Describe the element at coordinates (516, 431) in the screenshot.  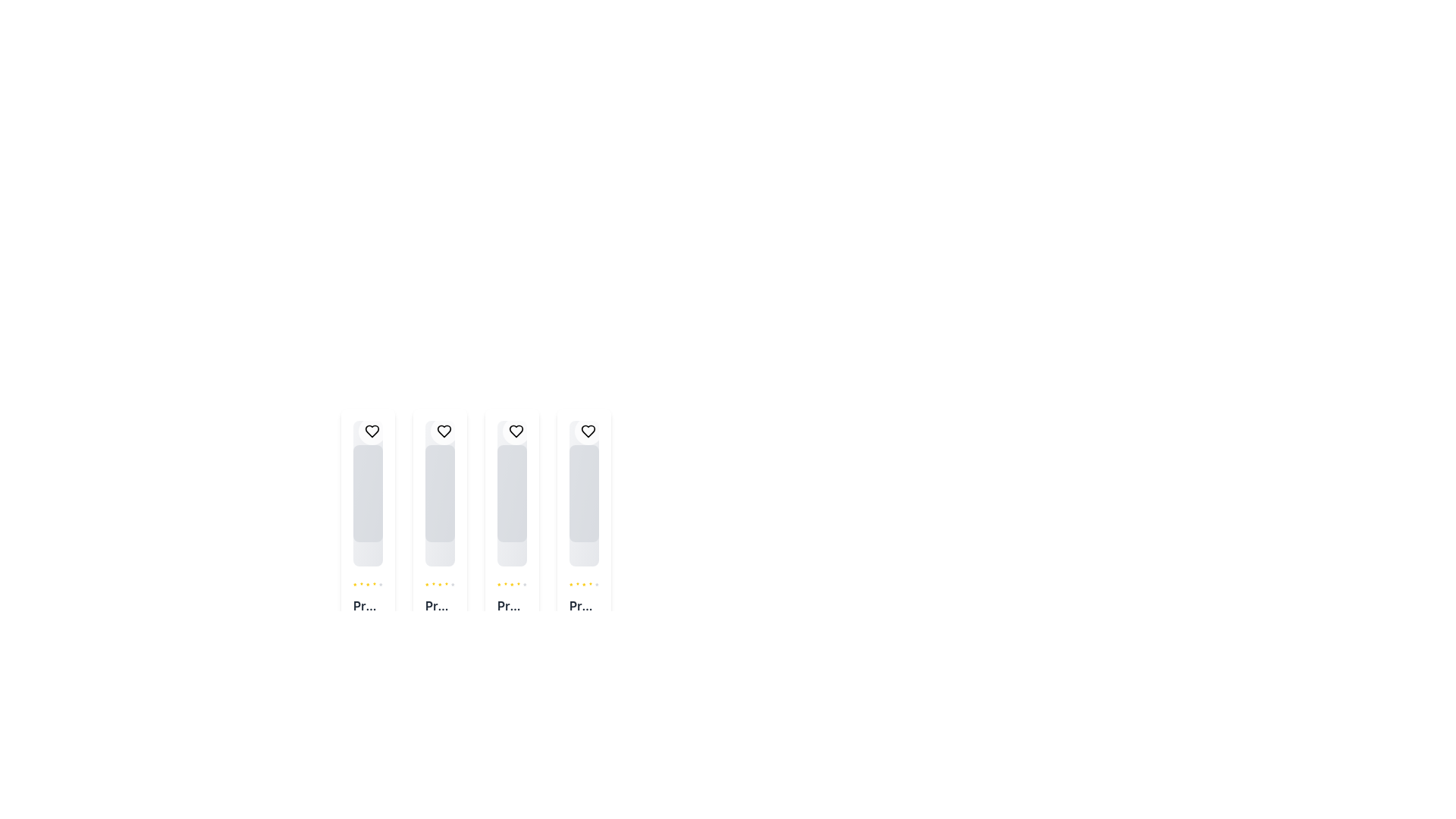
I see `the heart icon in the top-right corner of the product card` at that location.